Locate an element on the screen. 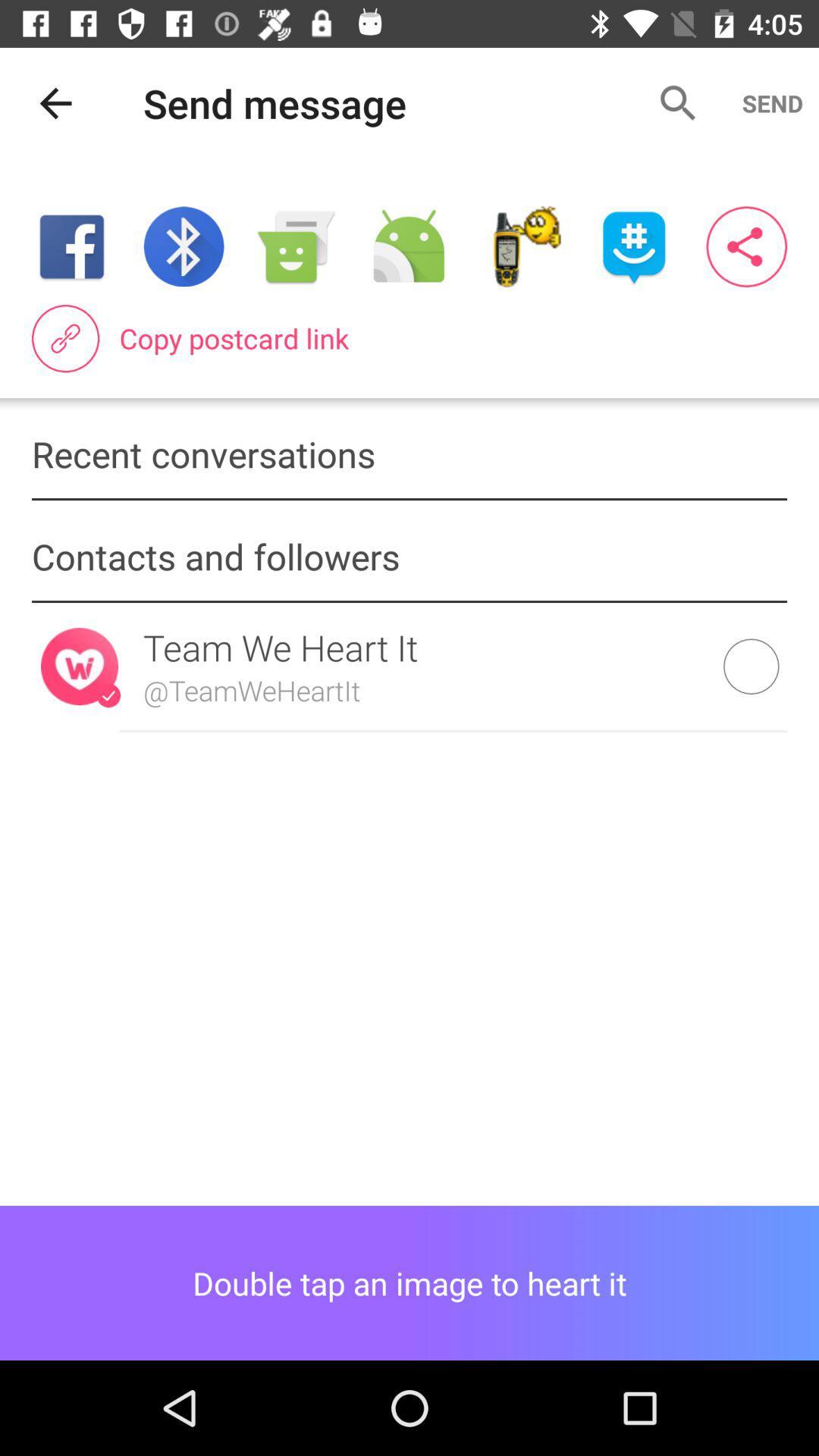  the share icon is located at coordinates (745, 246).